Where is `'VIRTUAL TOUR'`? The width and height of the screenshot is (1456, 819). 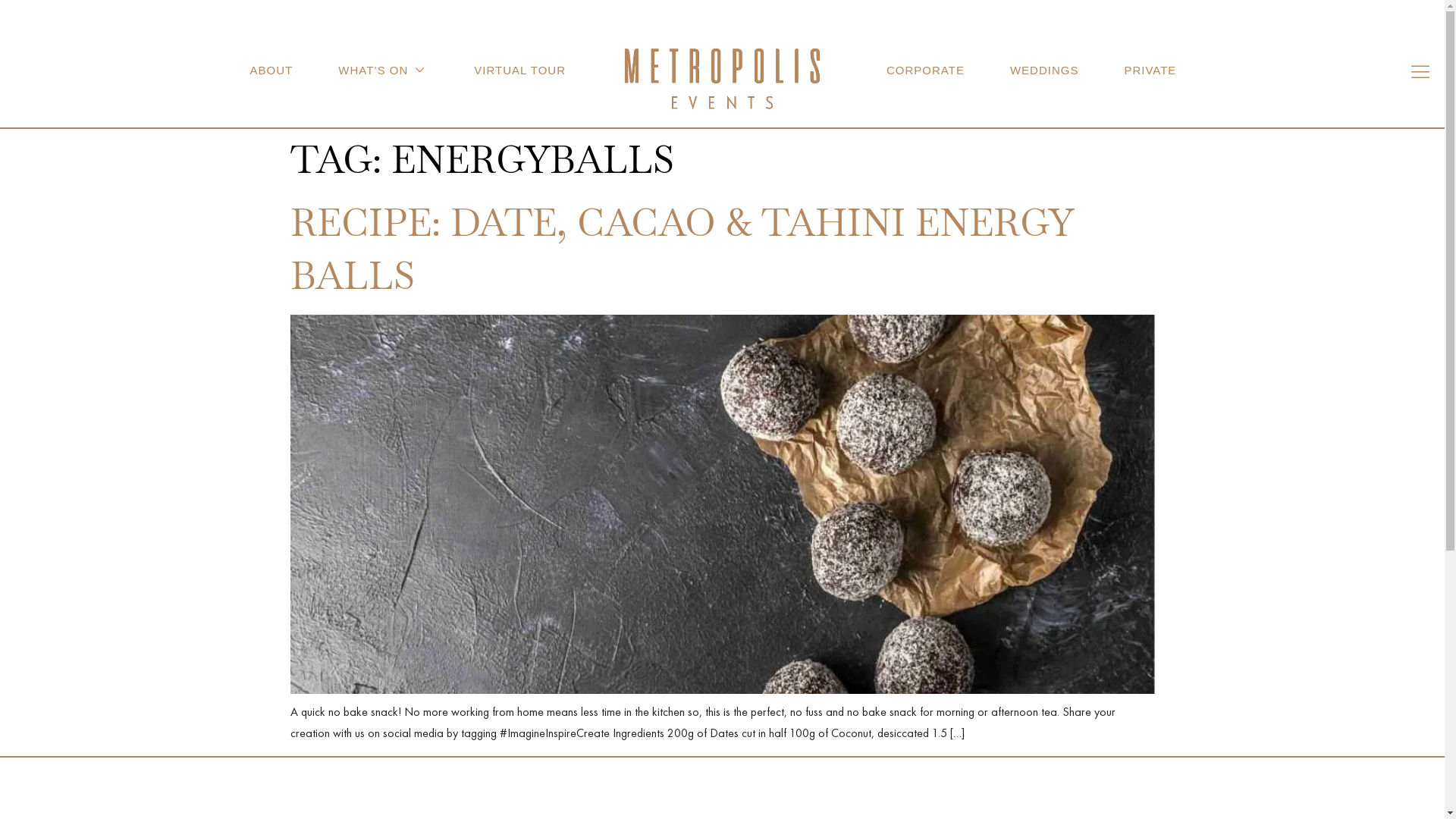
'VIRTUAL TOUR' is located at coordinates (450, 71).